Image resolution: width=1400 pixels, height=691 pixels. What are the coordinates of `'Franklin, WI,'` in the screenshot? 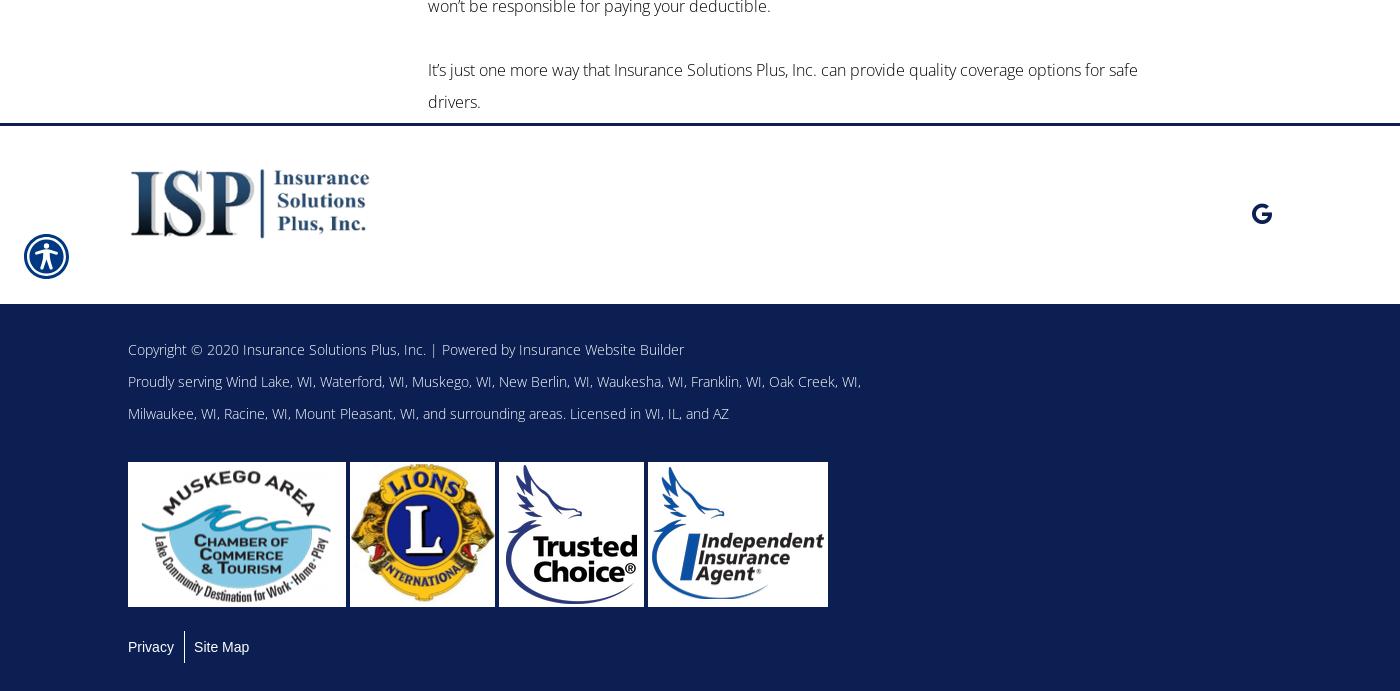 It's located at (729, 379).